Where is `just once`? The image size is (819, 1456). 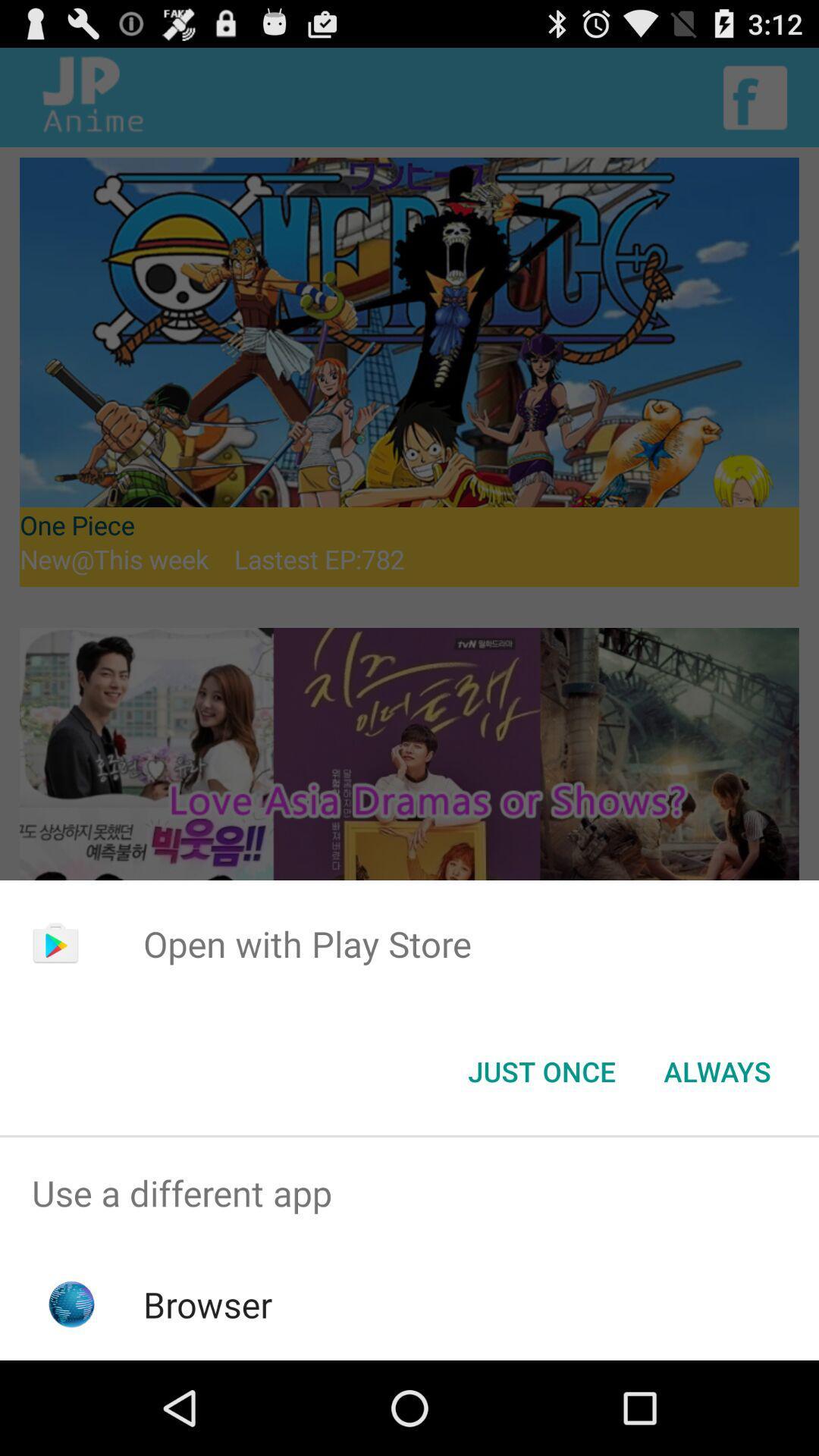 just once is located at coordinates (541, 1070).